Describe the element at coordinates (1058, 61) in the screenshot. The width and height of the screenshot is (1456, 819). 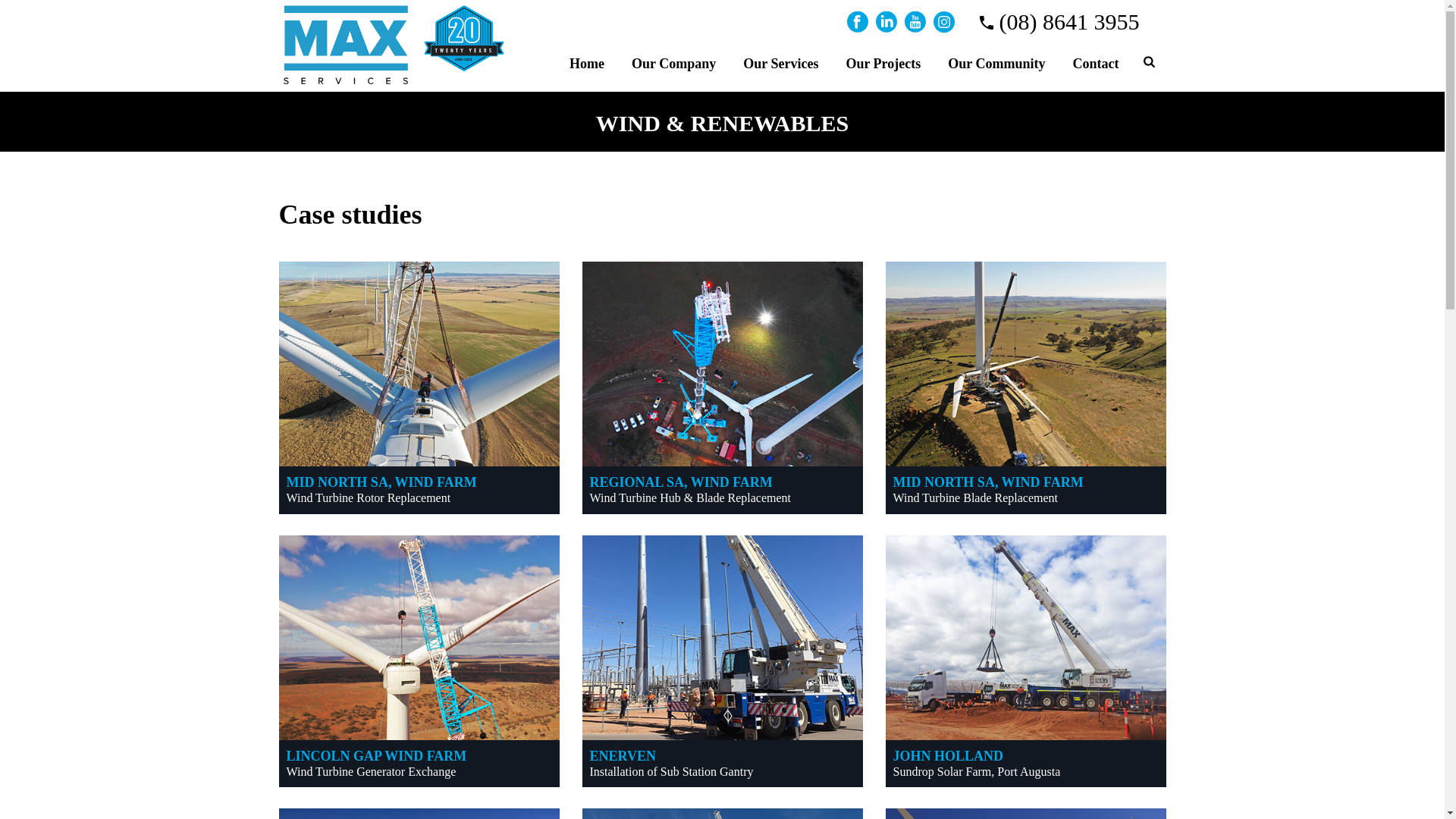
I see `'Contact'` at that location.